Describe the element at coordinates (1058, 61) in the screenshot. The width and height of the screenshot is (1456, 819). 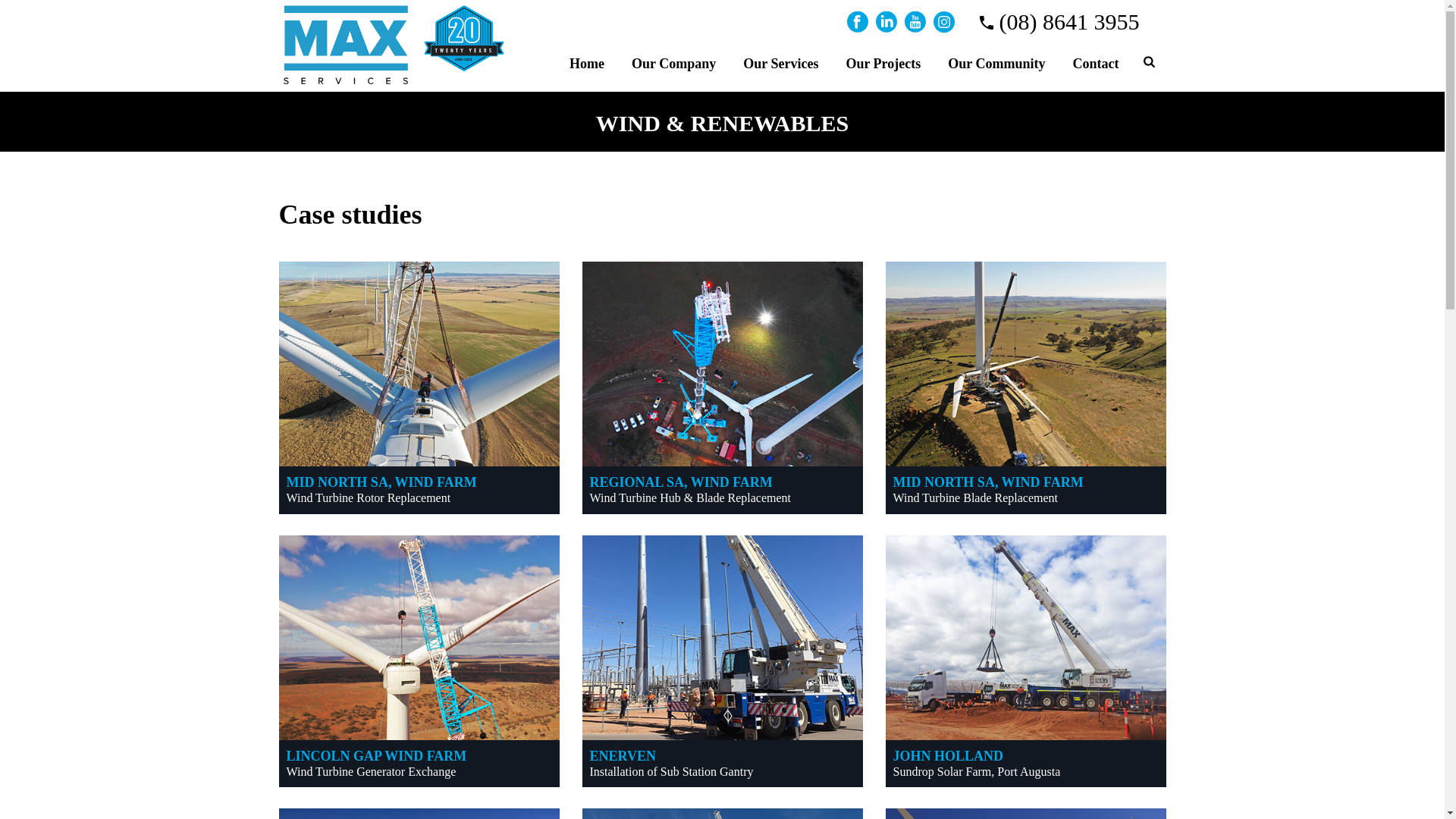
I see `'Contact'` at that location.